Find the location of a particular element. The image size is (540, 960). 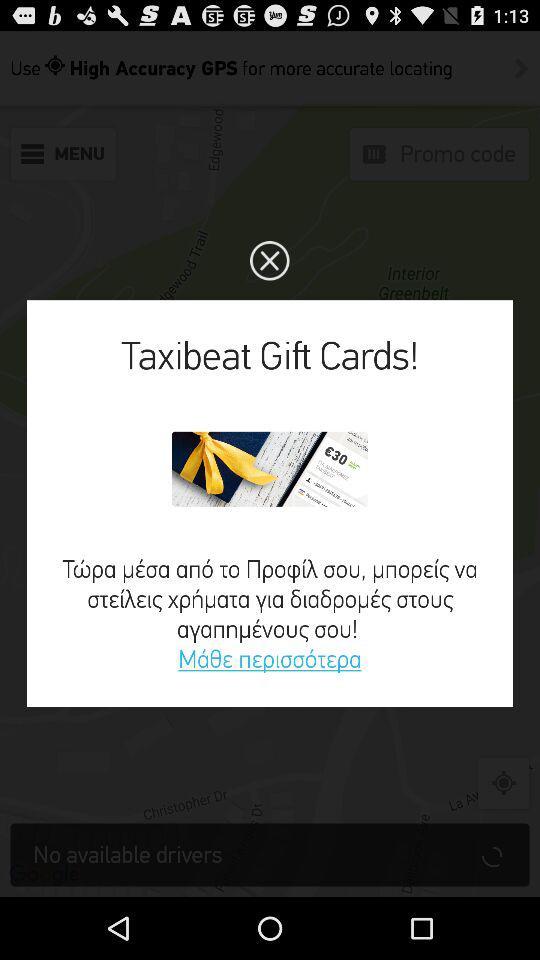

the close icon is located at coordinates (269, 278).